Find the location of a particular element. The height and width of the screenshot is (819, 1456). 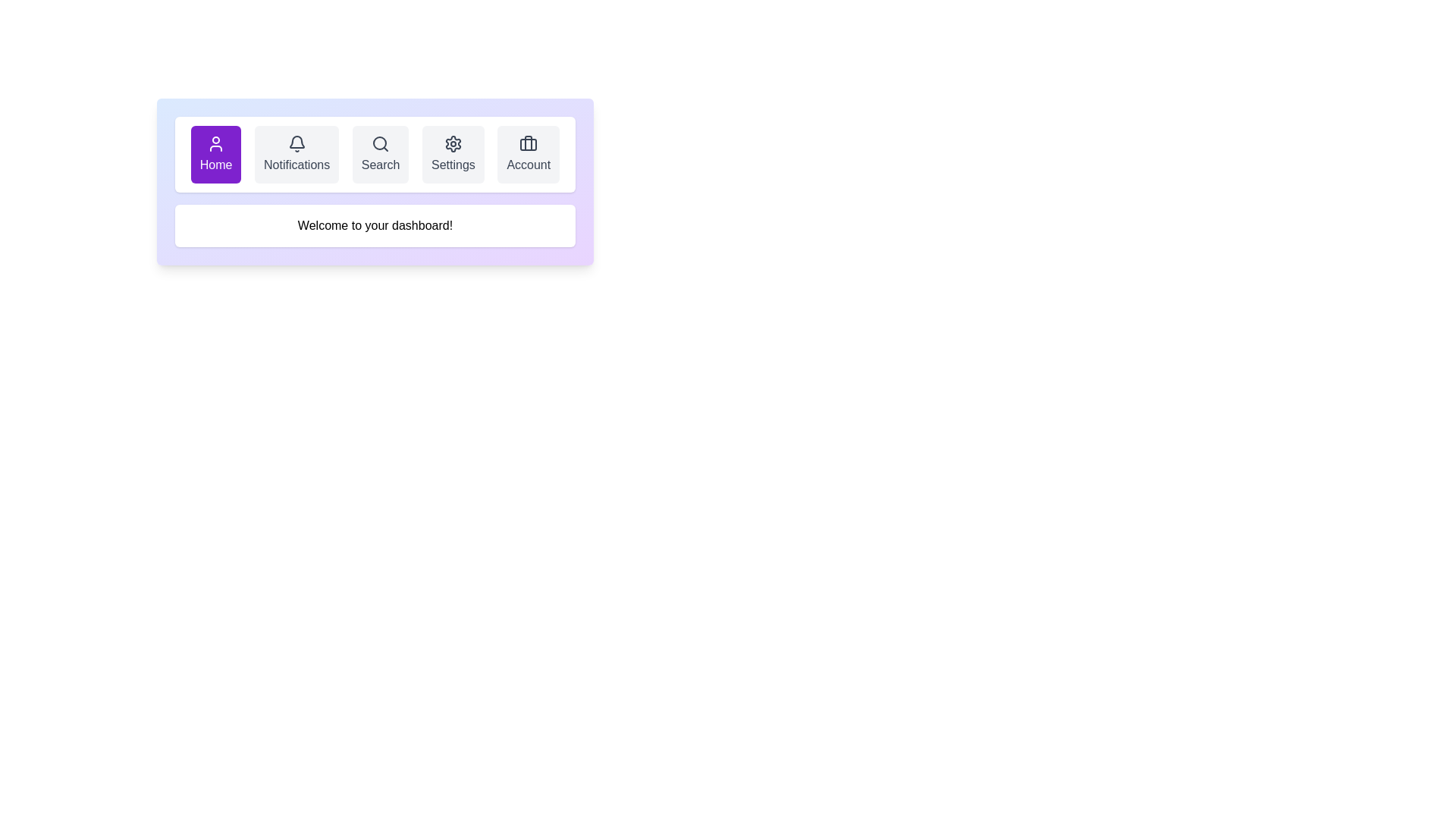

the 'Account' button, which is a rectangular button with a light gray background, rounded corners, and contains a briefcase icon above the label 'Account'. It is the fifth button in a horizontal navigation bar, located at the rightmost position next to the 'Settings' button is located at coordinates (528, 155).